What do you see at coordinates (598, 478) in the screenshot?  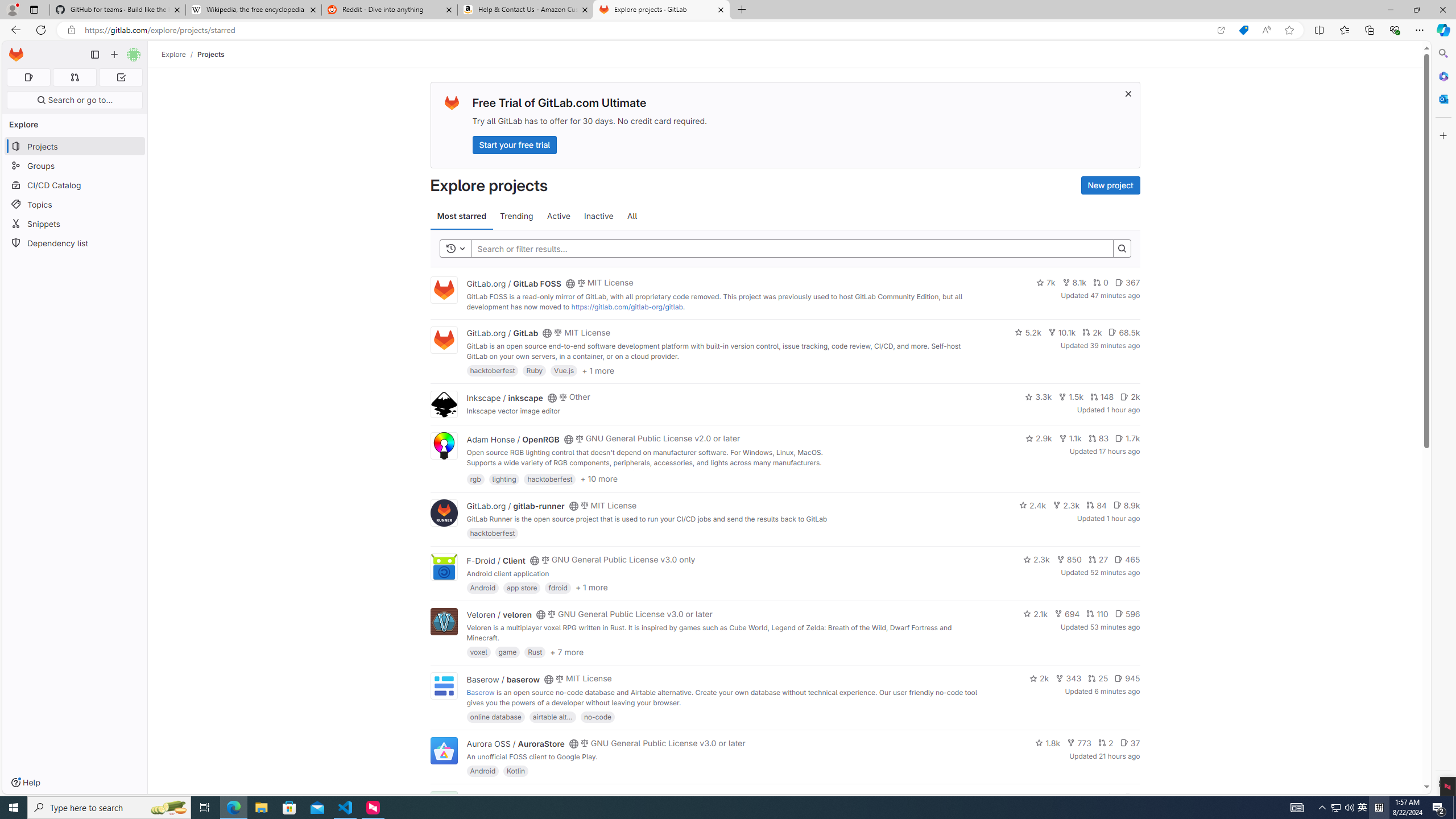 I see `'+ 10 more'` at bounding box center [598, 478].